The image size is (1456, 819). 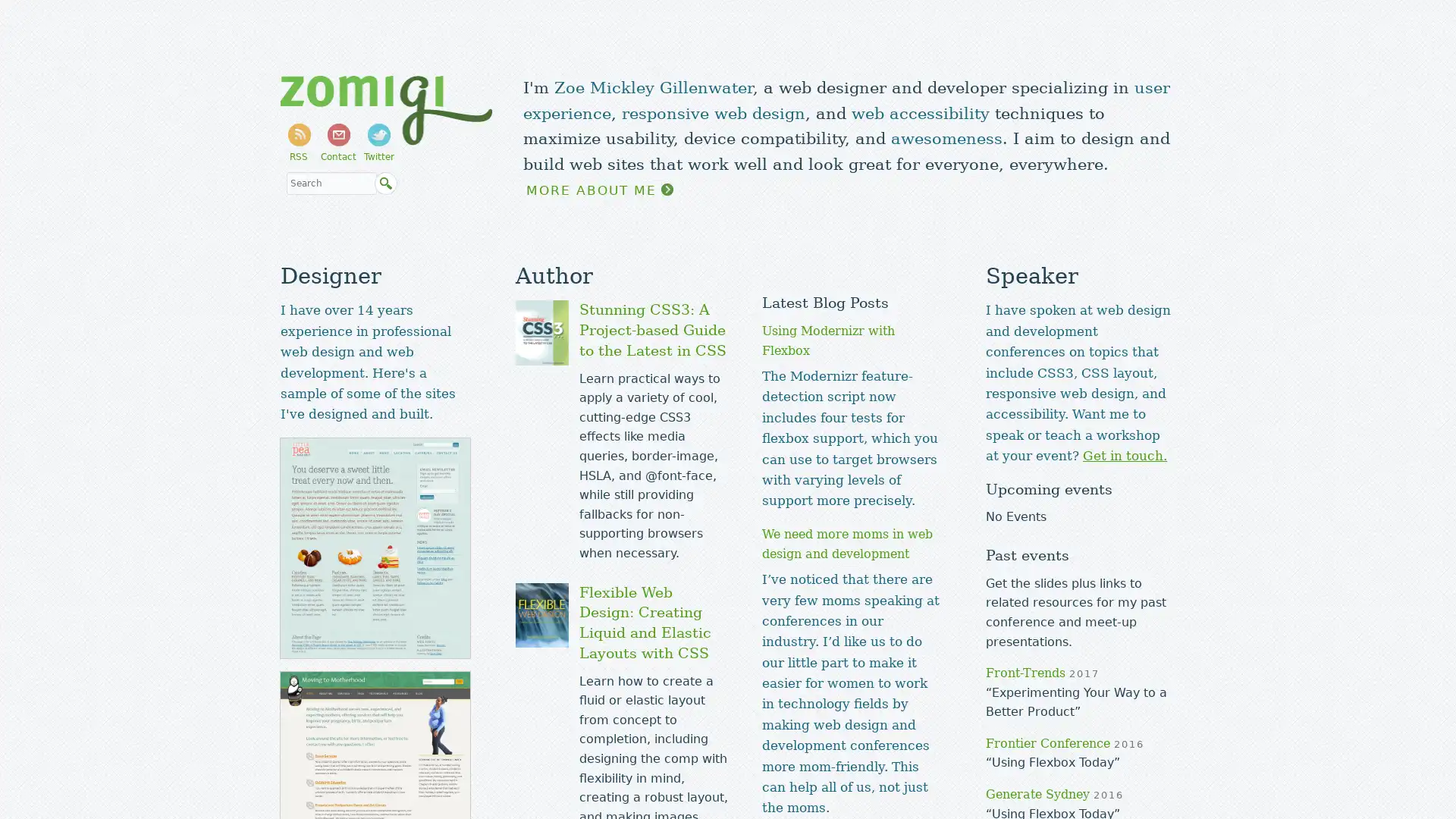 I want to click on search, so click(x=385, y=184).